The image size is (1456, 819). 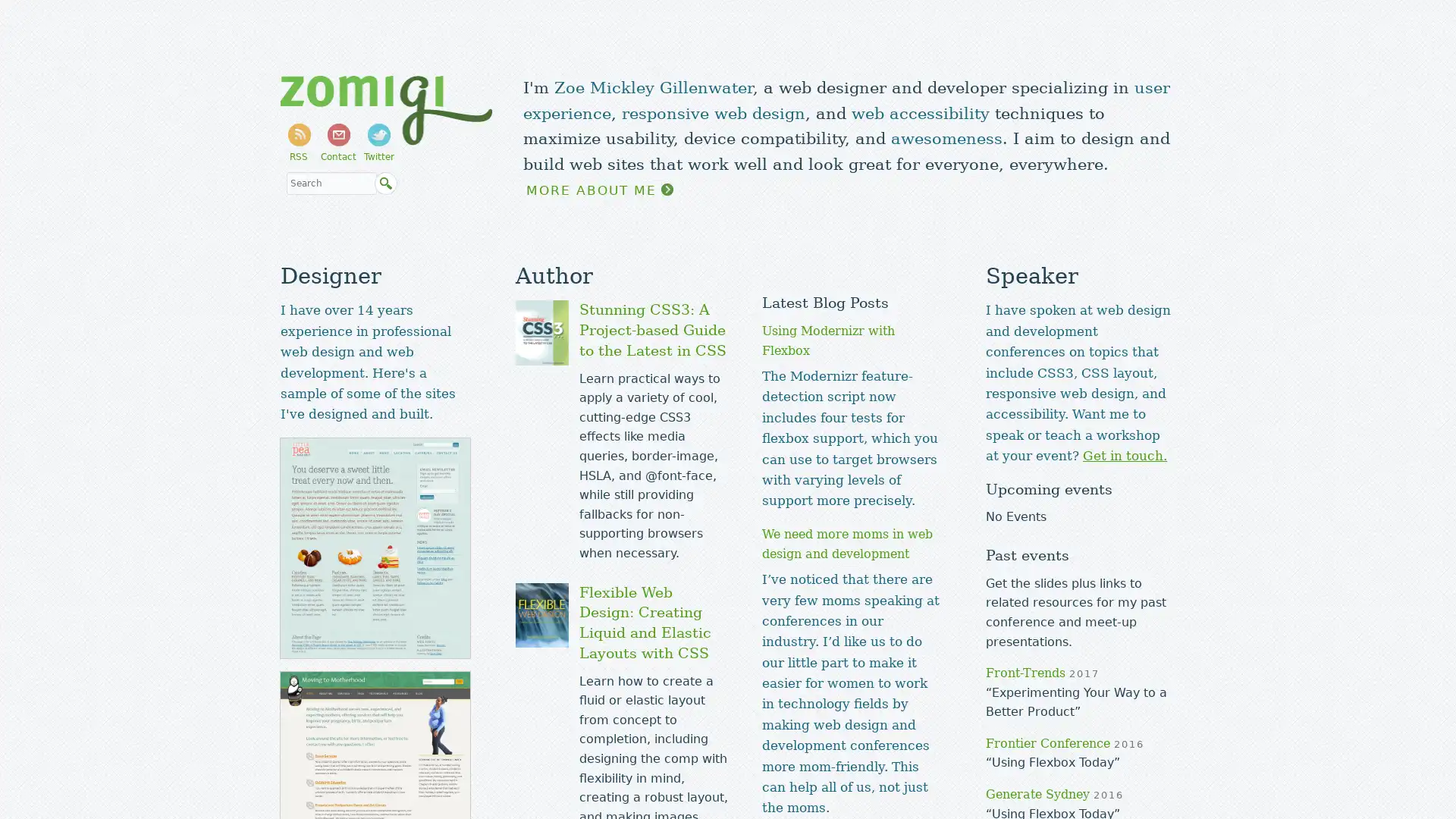 I want to click on search, so click(x=385, y=184).